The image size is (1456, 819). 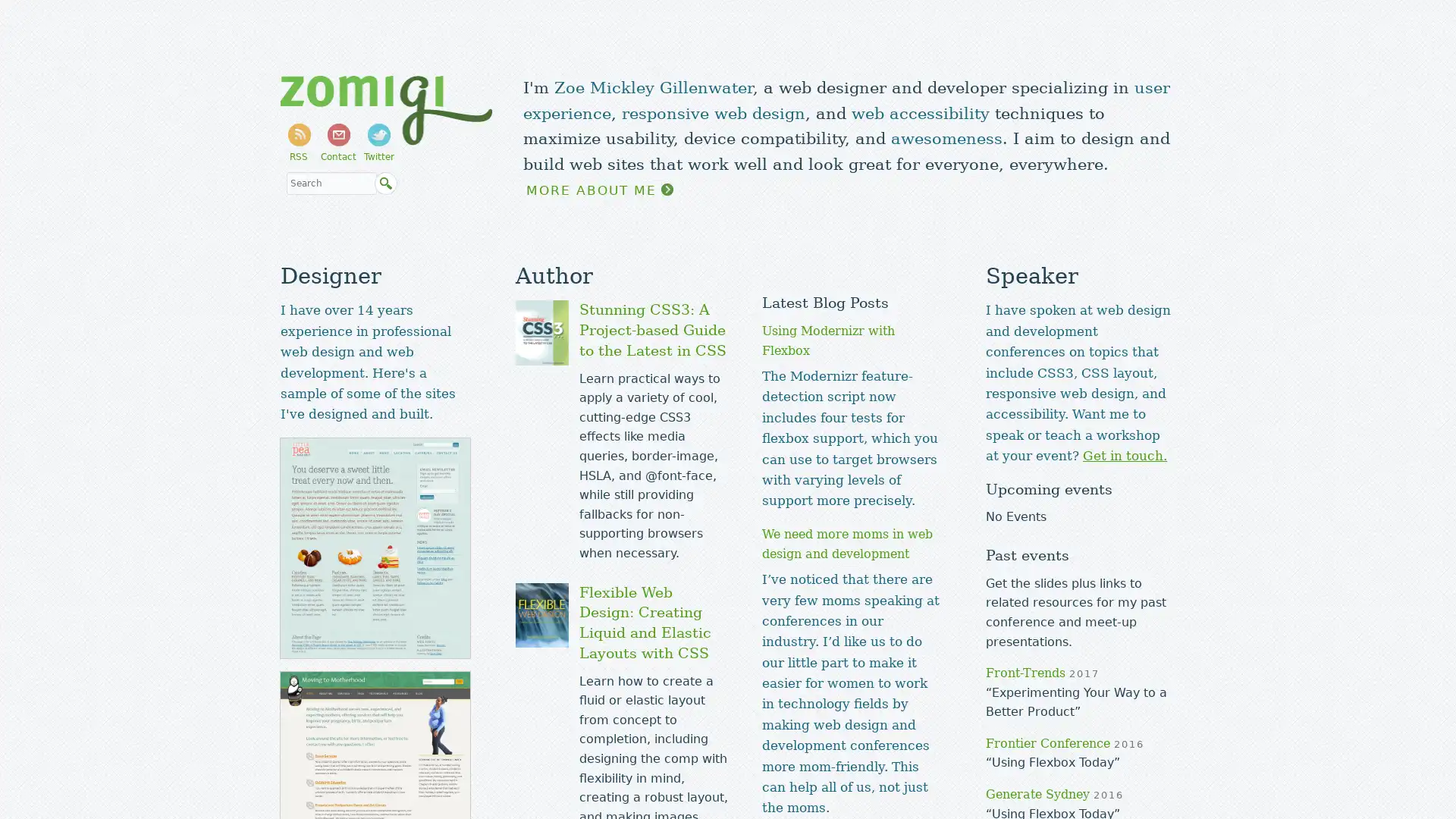 I want to click on search, so click(x=385, y=184).